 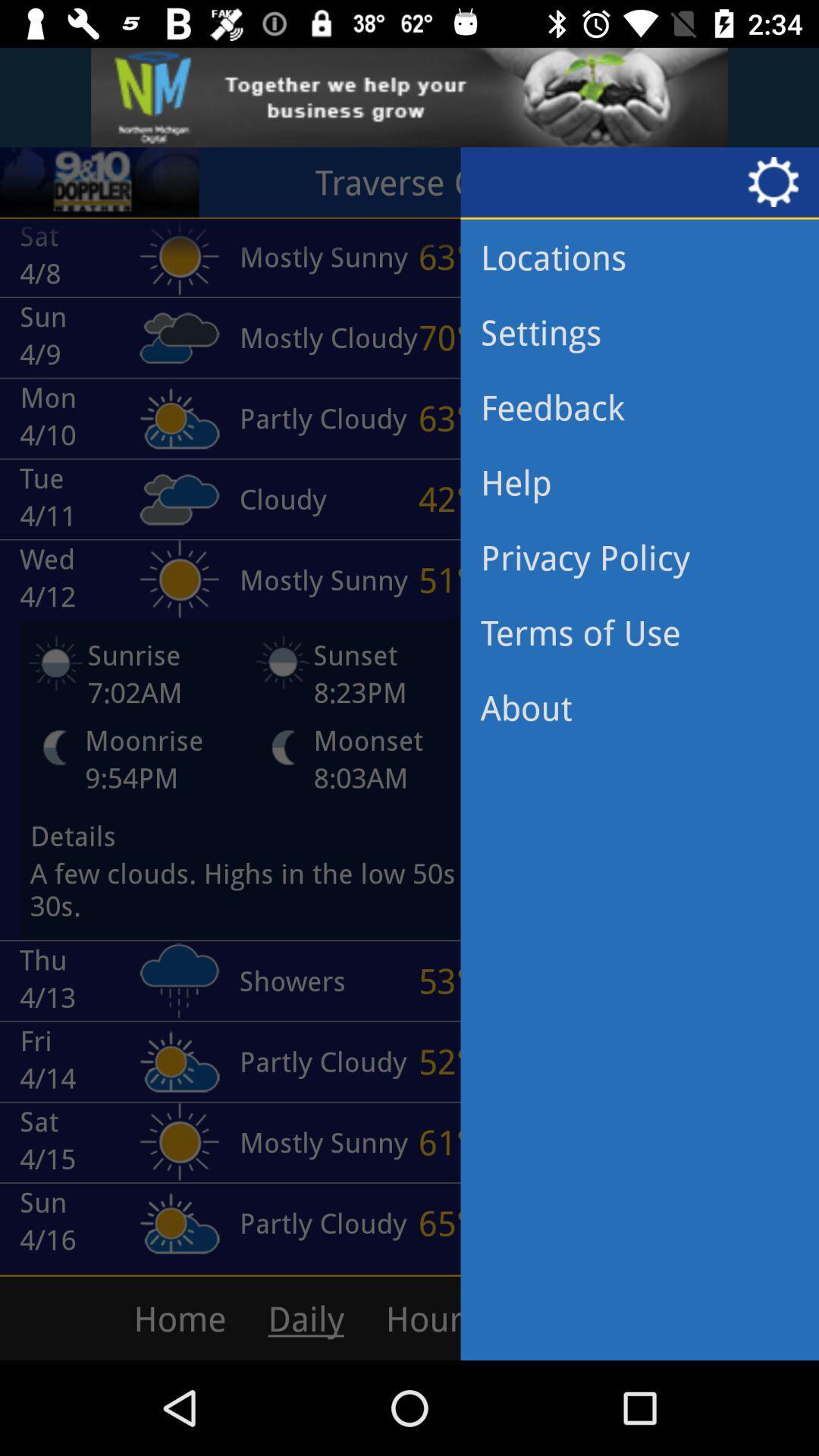 I want to click on hour, so click(x=497, y=1317).